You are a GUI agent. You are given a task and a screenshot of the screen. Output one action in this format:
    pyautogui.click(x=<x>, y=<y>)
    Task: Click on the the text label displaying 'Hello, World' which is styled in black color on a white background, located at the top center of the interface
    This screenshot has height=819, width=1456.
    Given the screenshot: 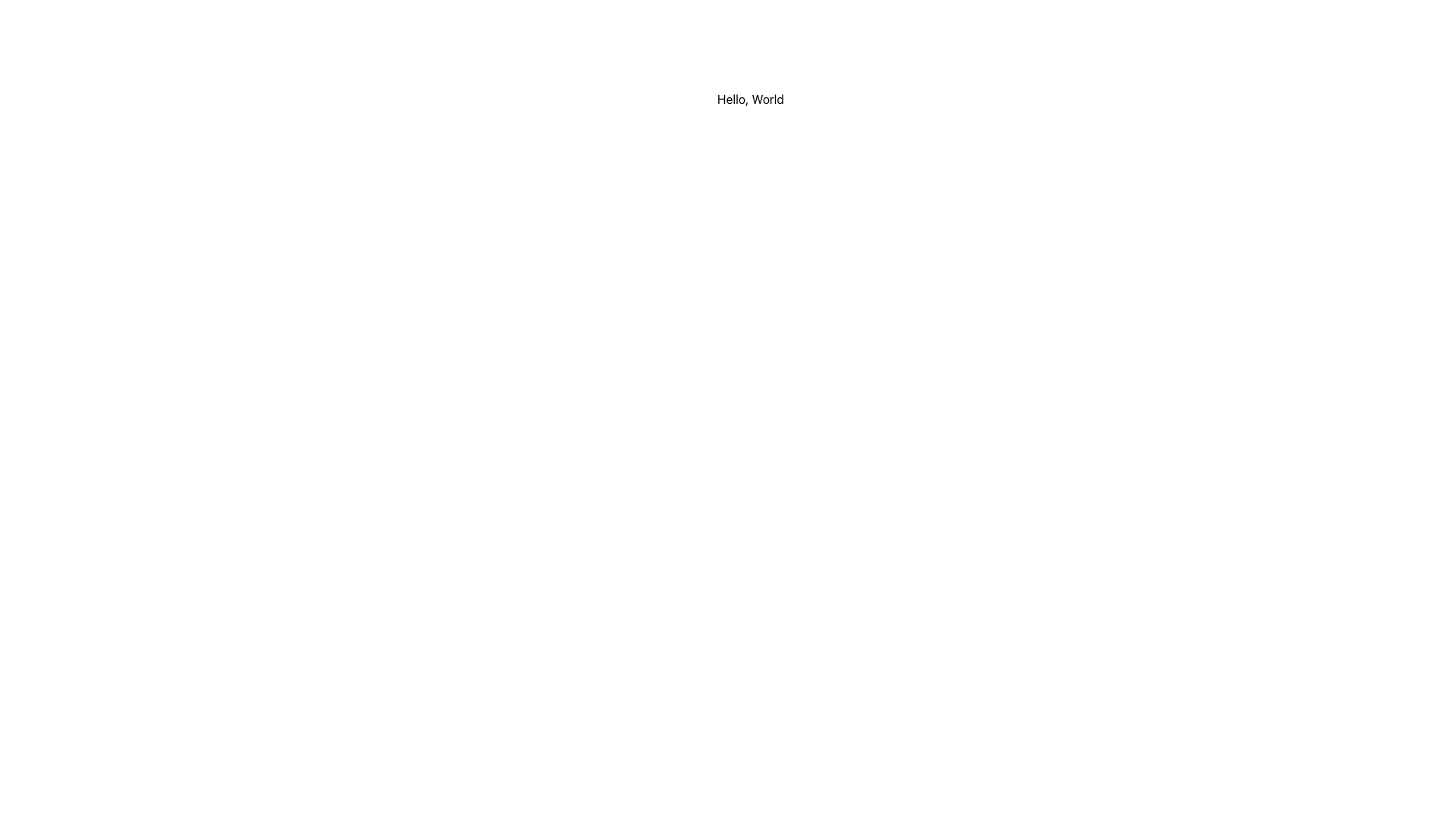 What is the action you would take?
    pyautogui.click(x=750, y=99)
    